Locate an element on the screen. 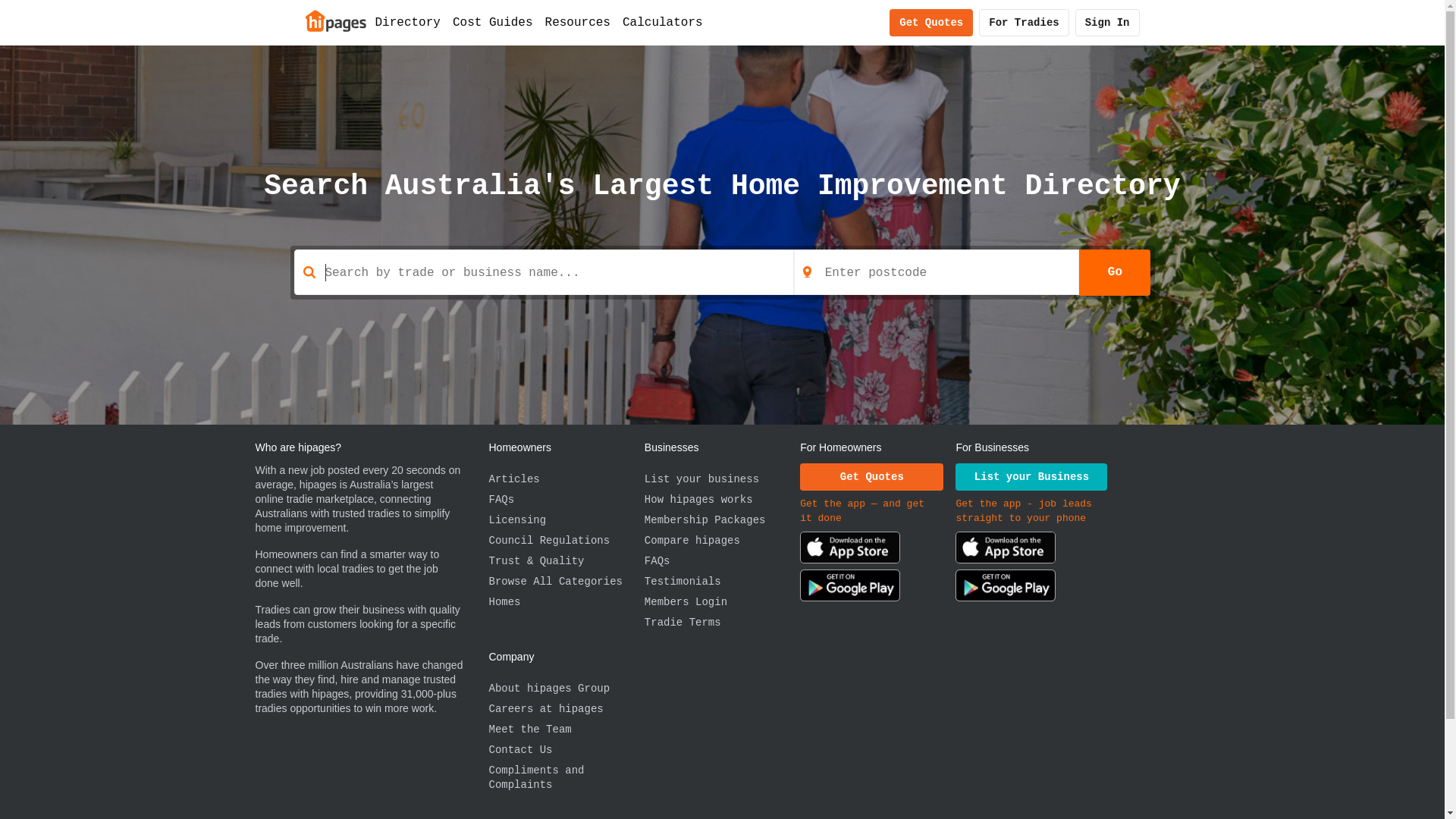  'Trust & Quality' is located at coordinates (565, 561).